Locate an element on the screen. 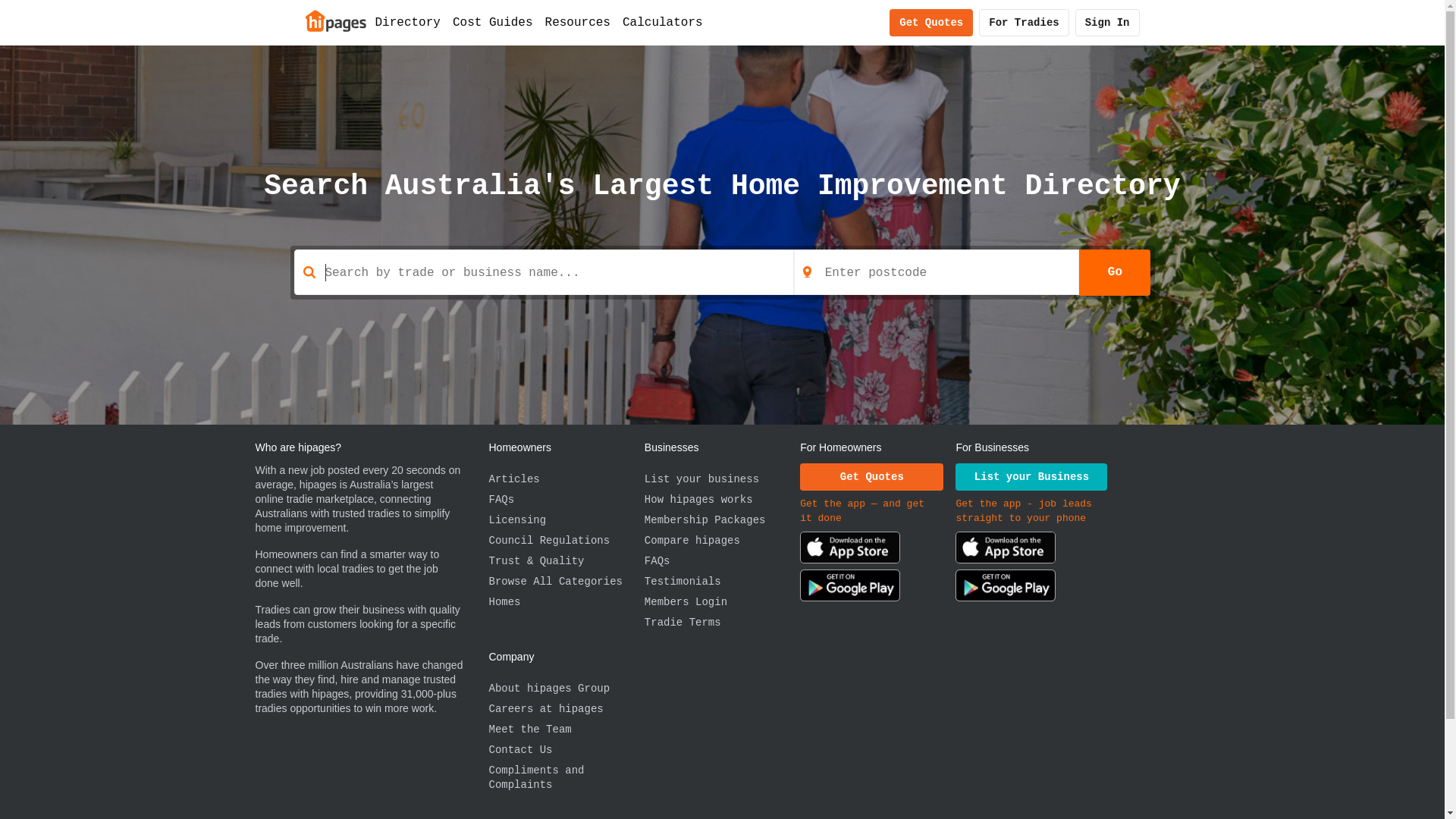  'Trust & Quality' is located at coordinates (565, 561).